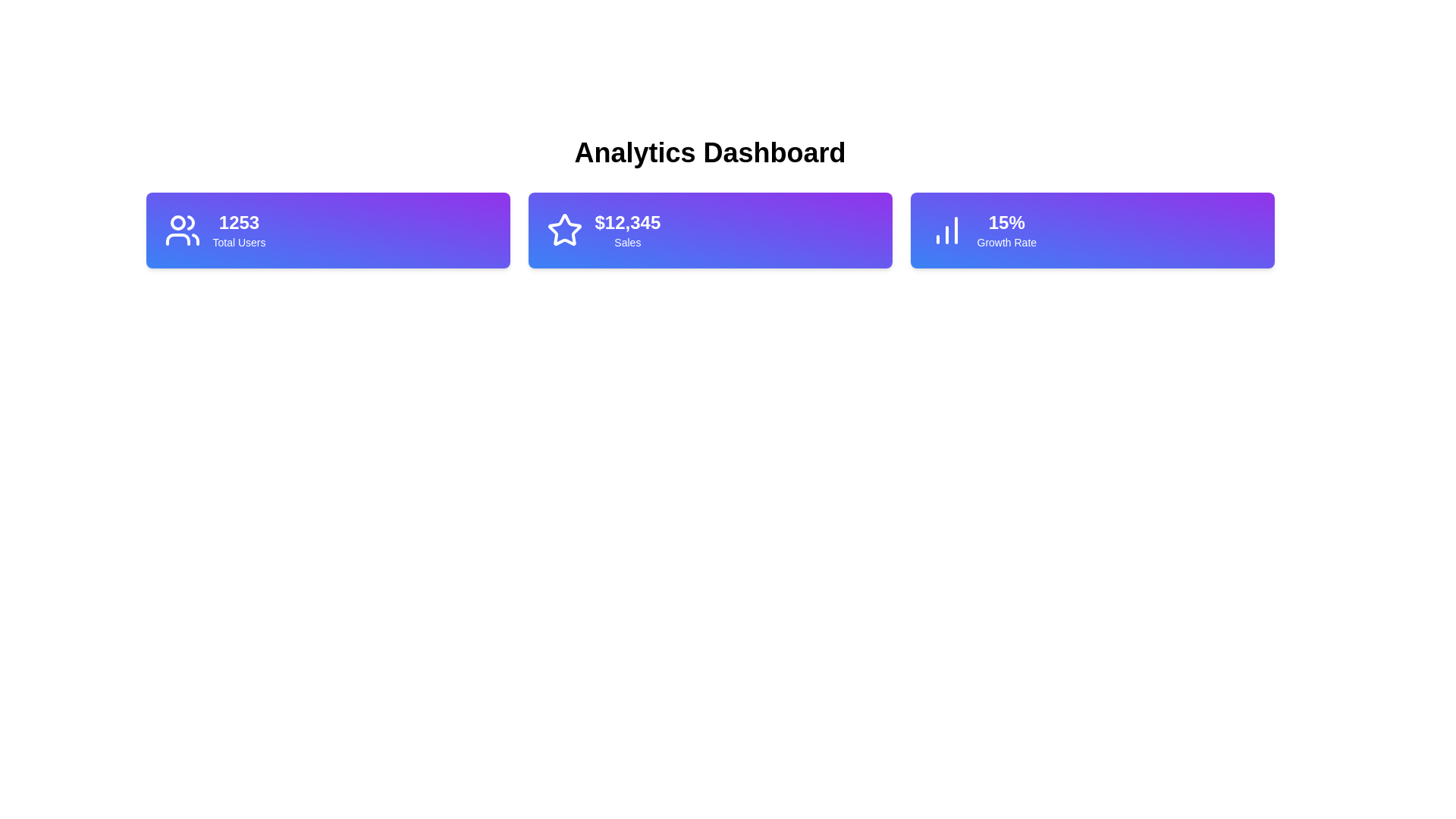 The image size is (1456, 819). Describe the element at coordinates (182, 231) in the screenshot. I see `the 'Total Users' icon, which is an SVG graphic located at the top-left corner of the first card in the dashboard row, preceding the text '1253 Total Users'` at that location.